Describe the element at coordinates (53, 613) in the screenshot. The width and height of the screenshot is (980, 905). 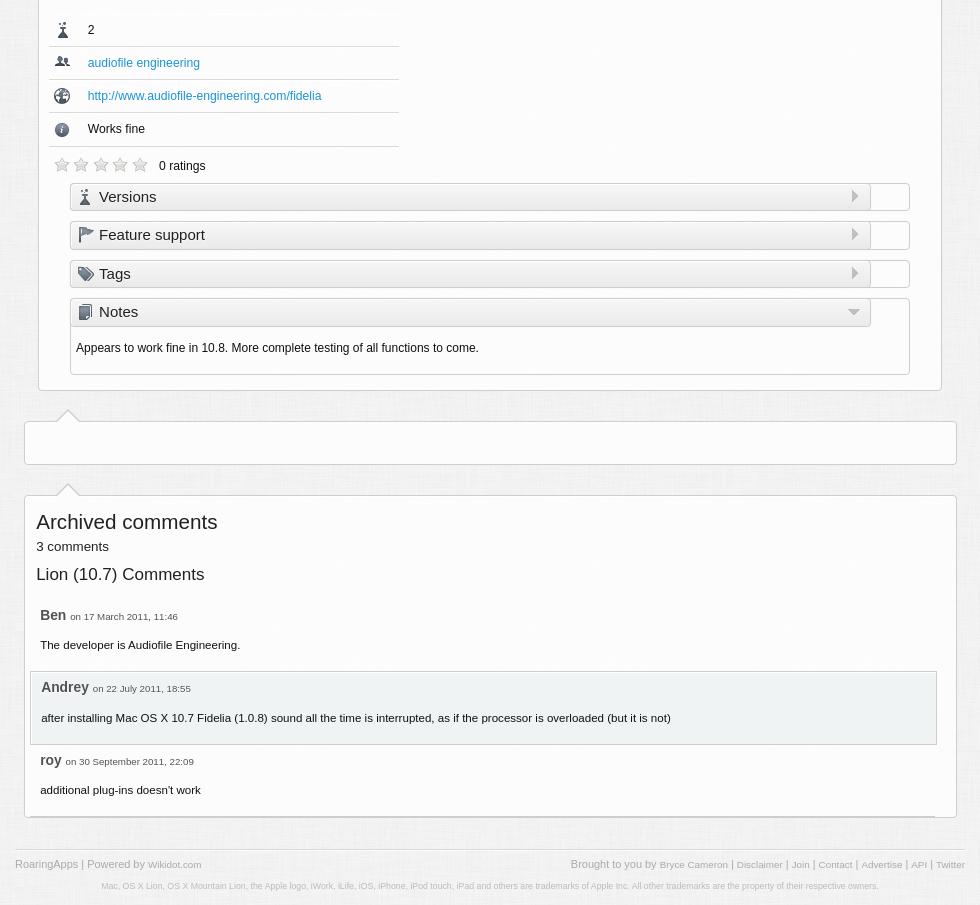
I see `'Ben'` at that location.